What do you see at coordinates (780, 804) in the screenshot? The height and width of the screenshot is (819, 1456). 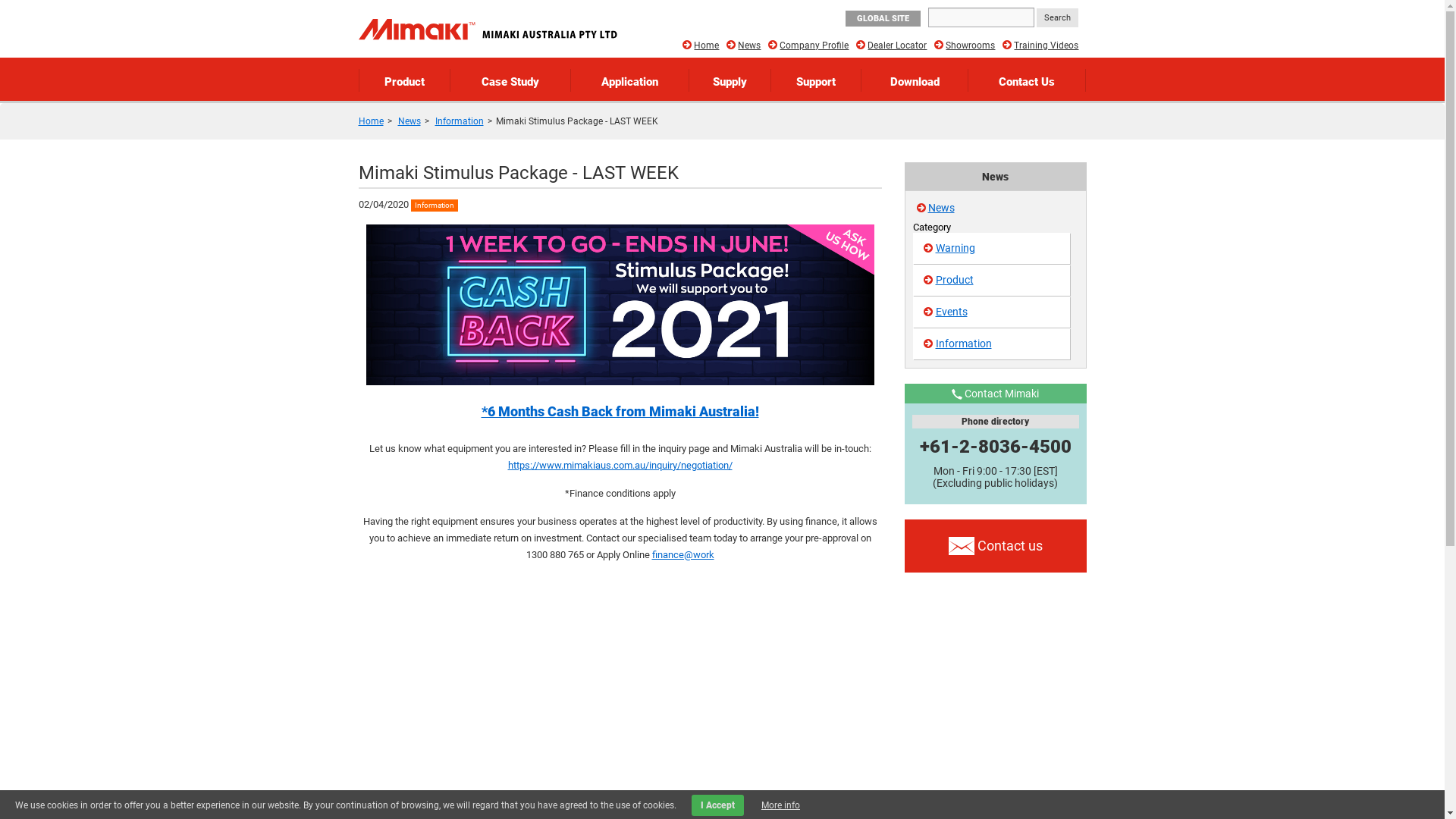 I see `'More info'` at bounding box center [780, 804].